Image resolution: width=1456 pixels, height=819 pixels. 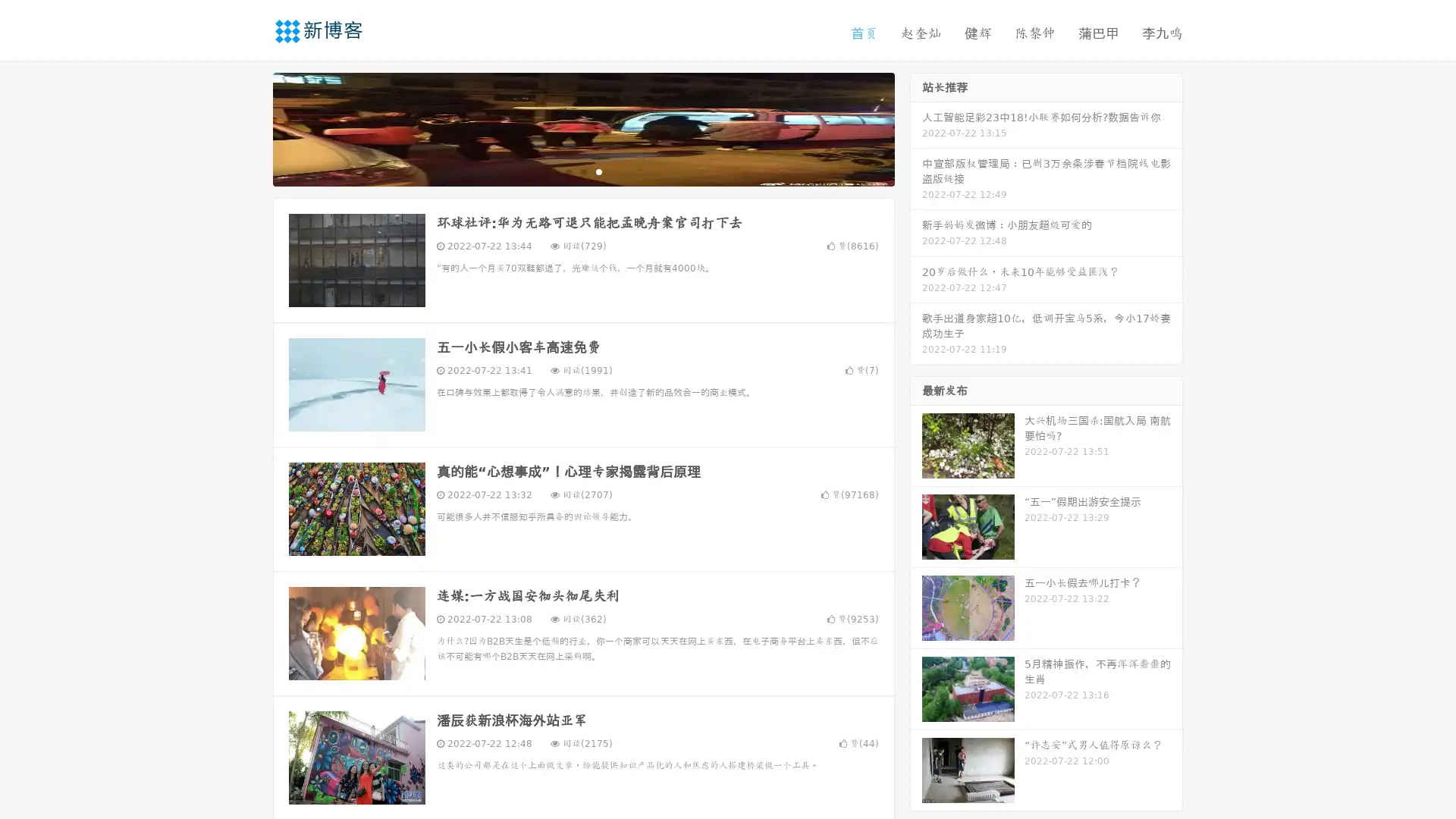 What do you see at coordinates (250, 127) in the screenshot?
I see `Previous slide` at bounding box center [250, 127].